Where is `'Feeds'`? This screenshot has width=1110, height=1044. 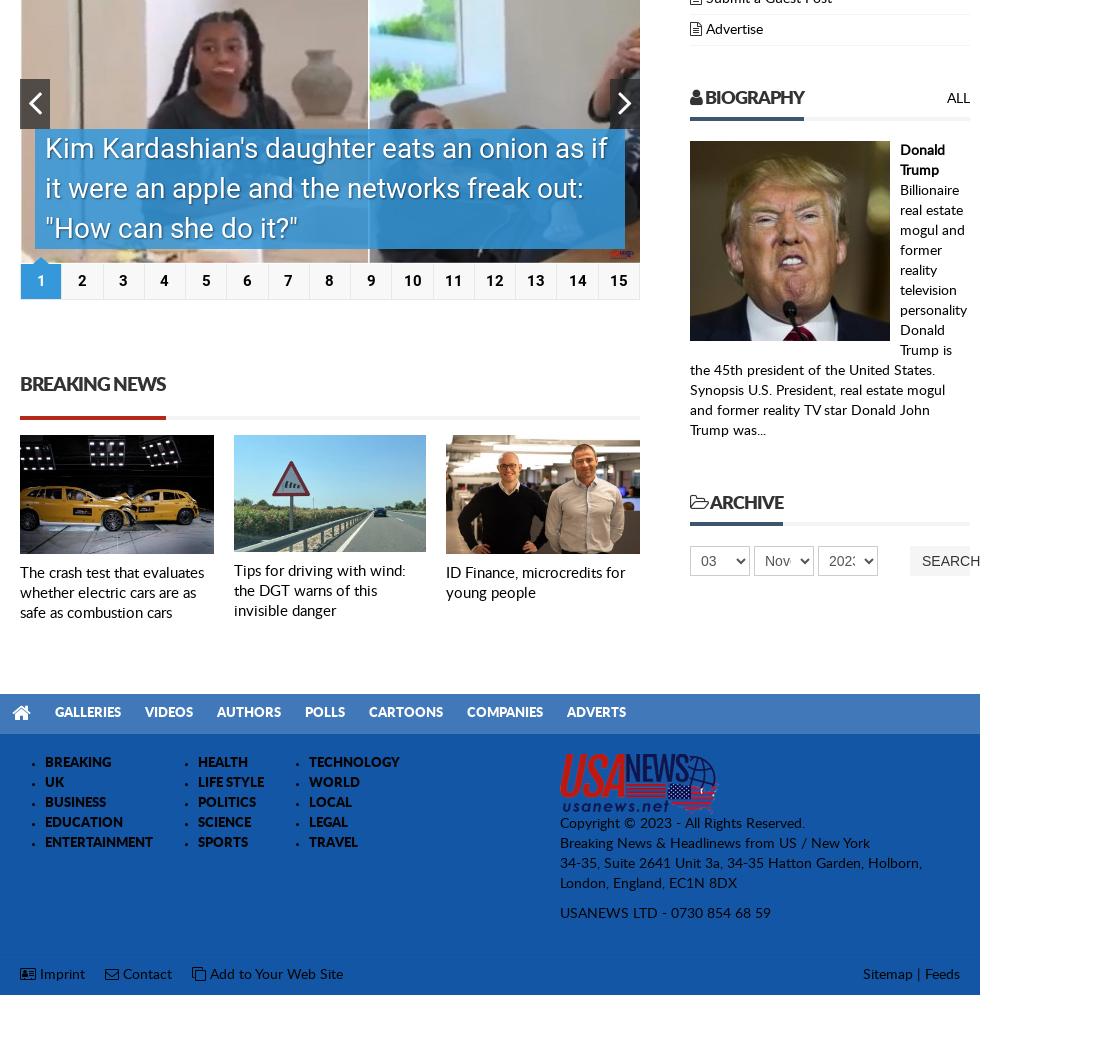
'Feeds' is located at coordinates (942, 973).